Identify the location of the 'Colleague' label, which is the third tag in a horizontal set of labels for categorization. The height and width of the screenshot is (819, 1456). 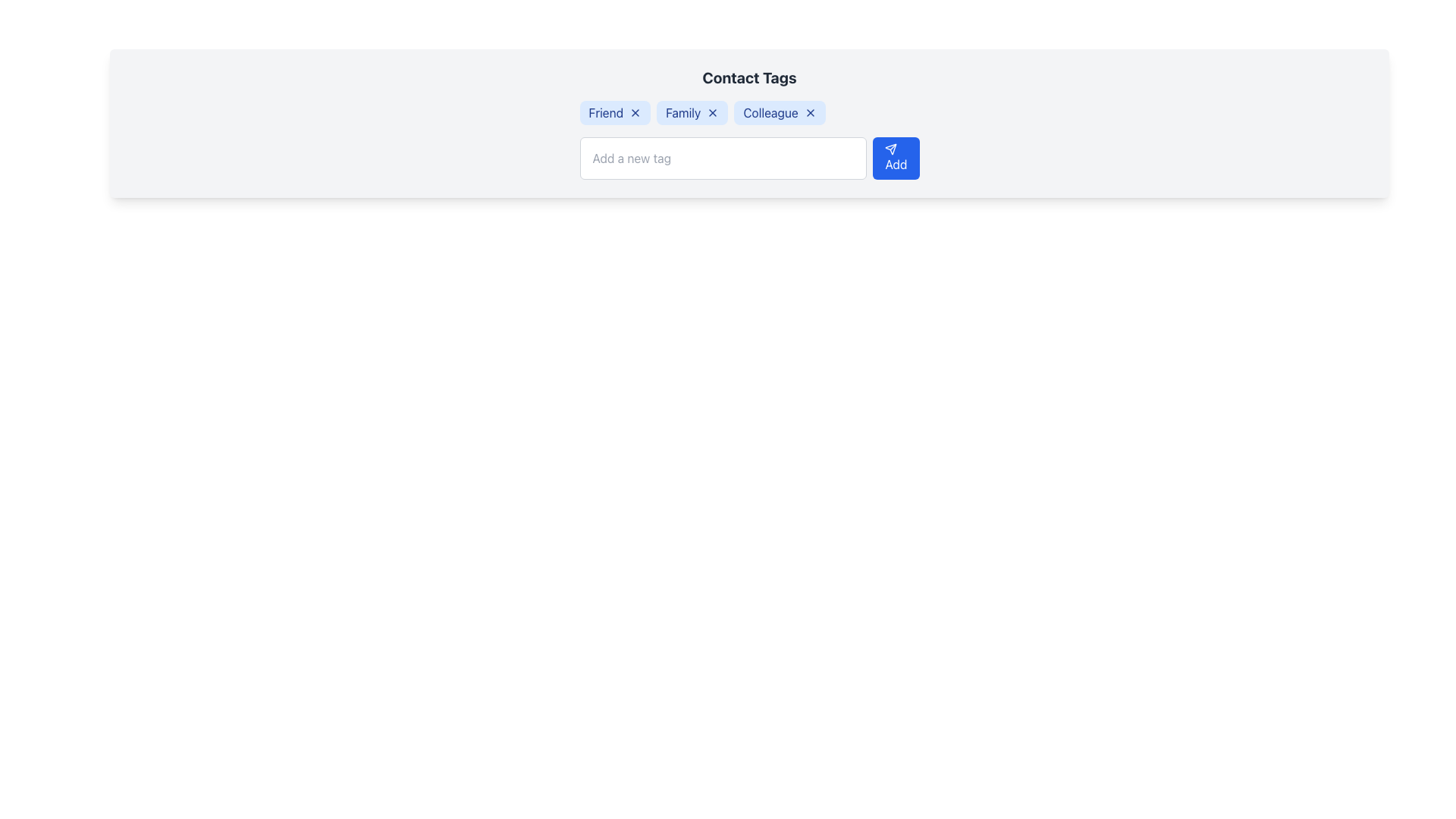
(780, 112).